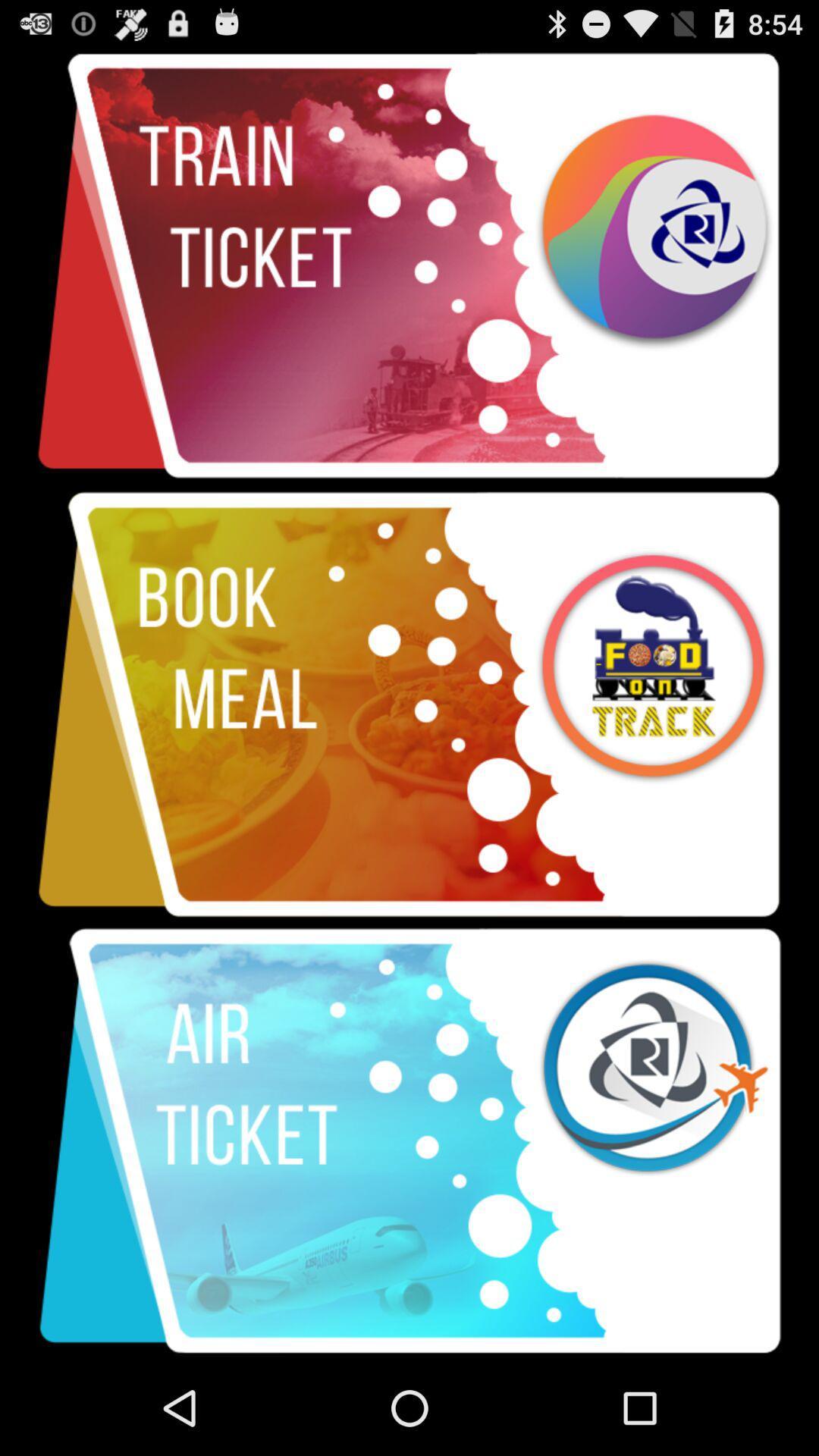  I want to click on item at the center, so click(409, 703).